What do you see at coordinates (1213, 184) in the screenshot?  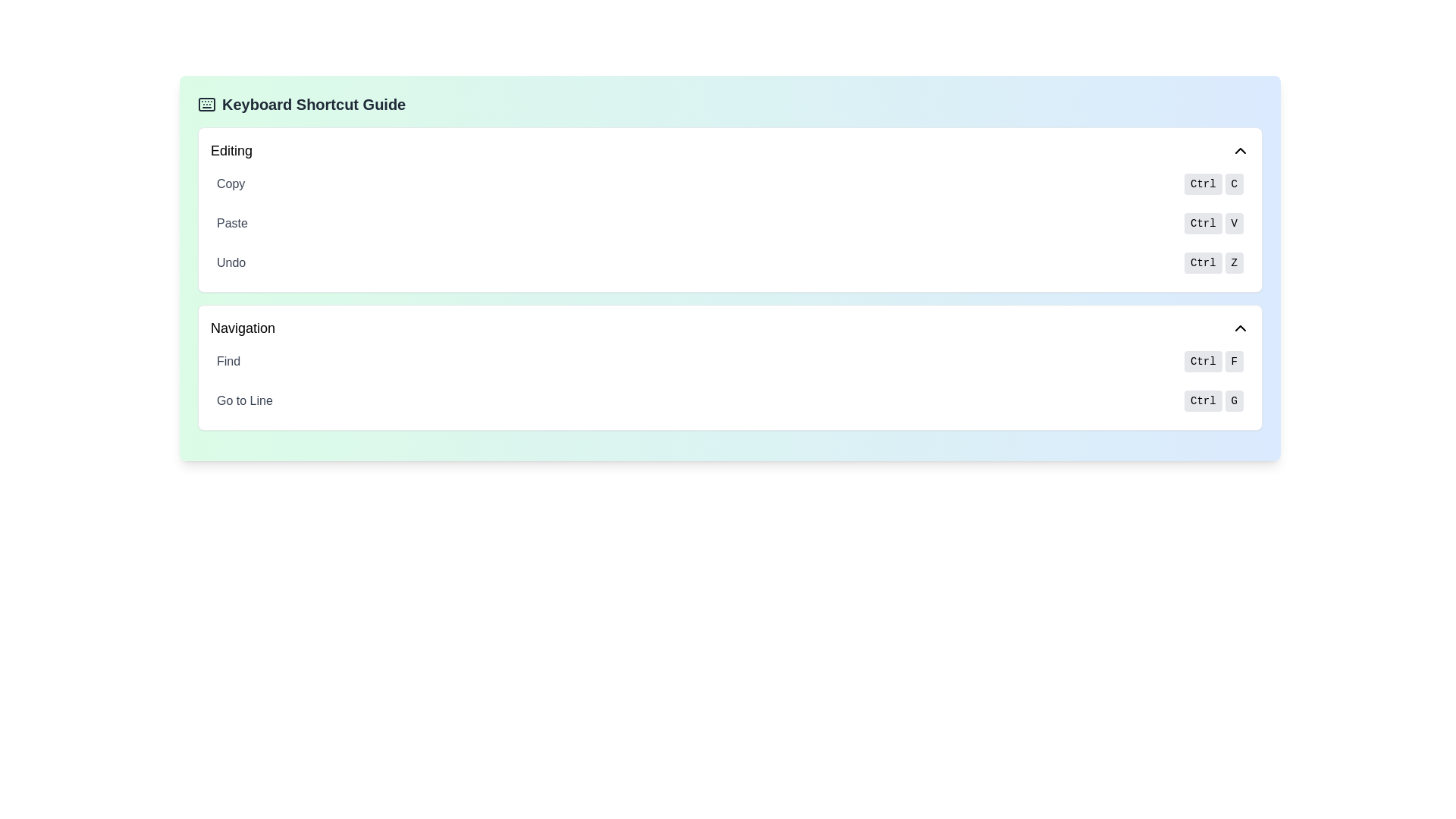 I see `the keyboard shortcut element labeled 'Ctrl' and 'C' with a light gray background, located in the 'Copy' section at the top of the 'Editing' area in the 'Keyboard Shortcut Guide'` at bounding box center [1213, 184].